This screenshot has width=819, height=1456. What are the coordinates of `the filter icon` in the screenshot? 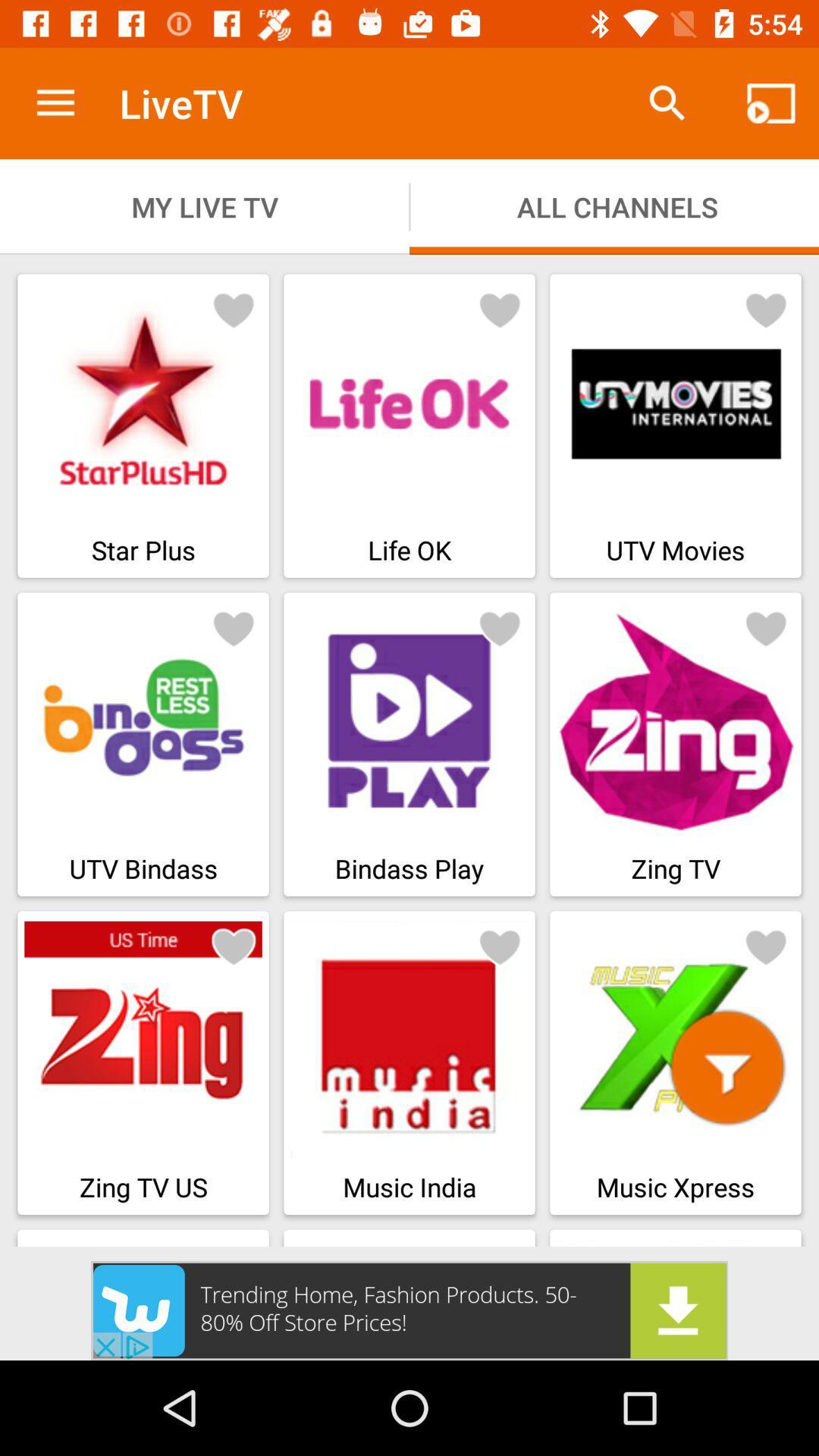 It's located at (726, 1066).